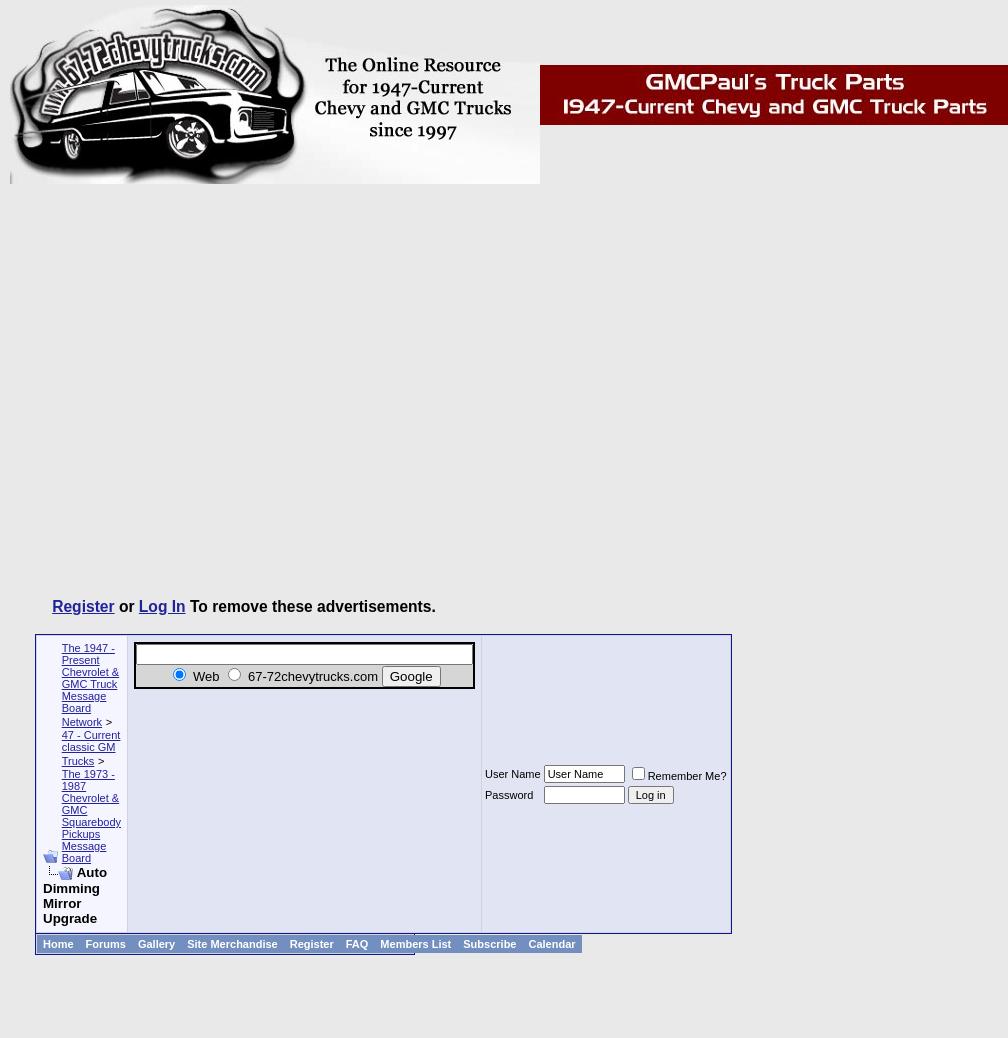 The width and height of the screenshot is (1008, 1038). Describe the element at coordinates (489, 943) in the screenshot. I see `'Subscribe'` at that location.